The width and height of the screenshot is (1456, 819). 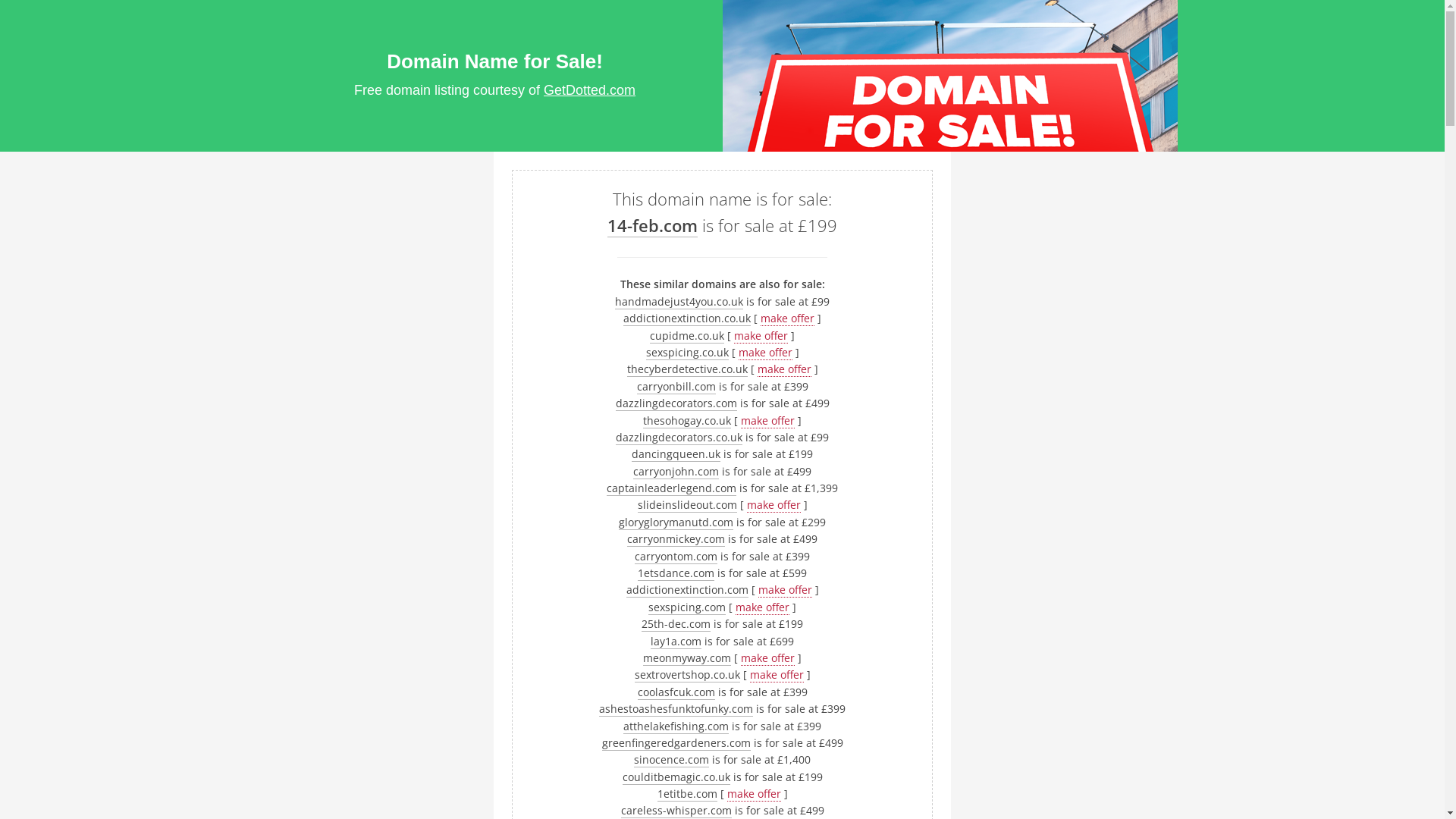 What do you see at coordinates (637, 692) in the screenshot?
I see `'coolasfcuk.com'` at bounding box center [637, 692].